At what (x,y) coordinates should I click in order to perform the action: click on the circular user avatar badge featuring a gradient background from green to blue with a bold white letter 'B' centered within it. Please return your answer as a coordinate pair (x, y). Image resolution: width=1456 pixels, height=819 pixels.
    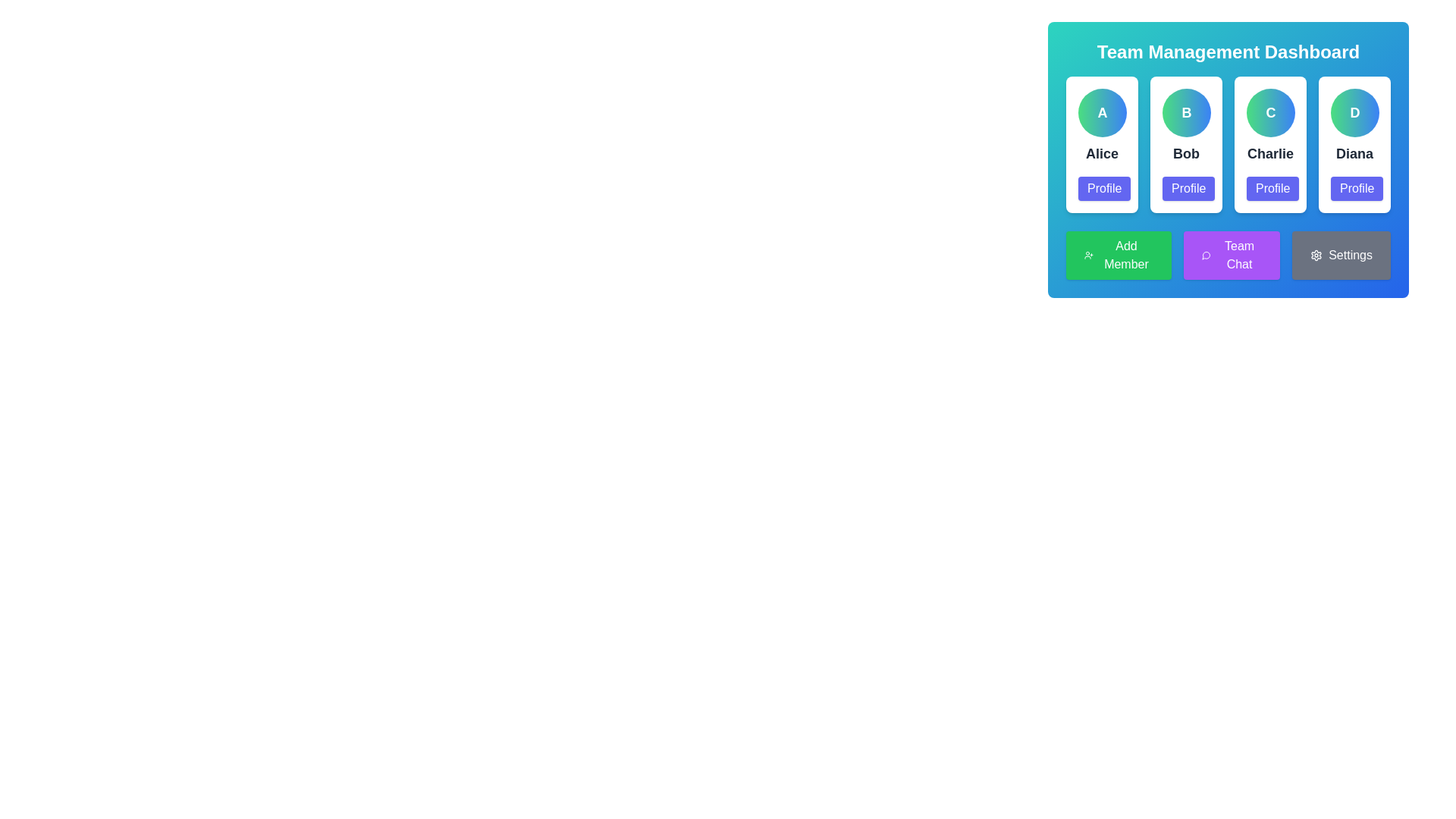
    Looking at the image, I should click on (1185, 112).